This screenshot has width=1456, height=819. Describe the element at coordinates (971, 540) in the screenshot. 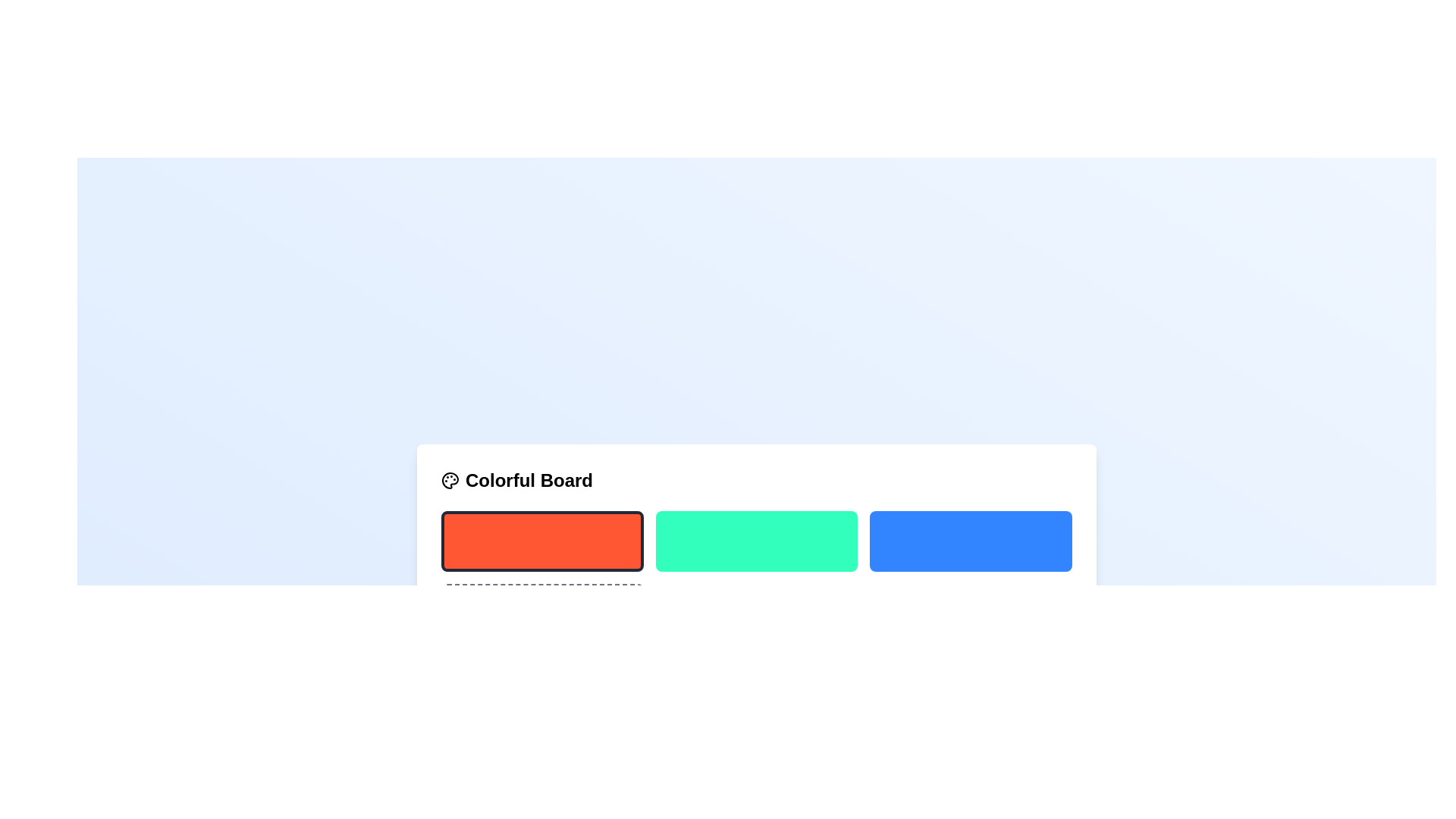

I see `the vibrant blue button with rounded corners that is positioned to the right of a light green button and far-right from a red button` at that location.